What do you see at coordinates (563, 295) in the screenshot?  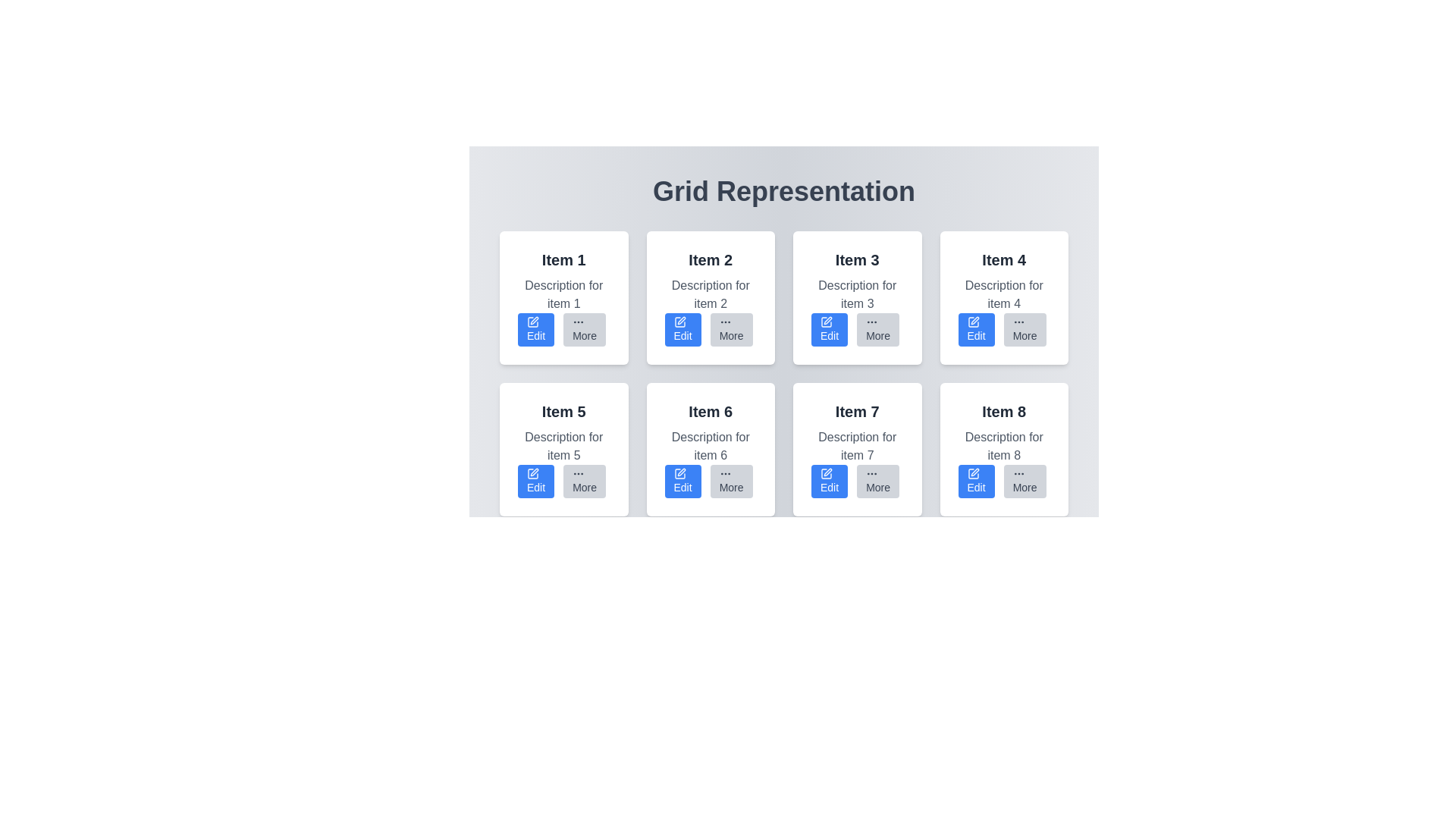 I see `the text label that reads 'Description for item 1', which is styled in a smaller font size and muted gray color, located within the first item card below the title 'Item 1'` at bounding box center [563, 295].